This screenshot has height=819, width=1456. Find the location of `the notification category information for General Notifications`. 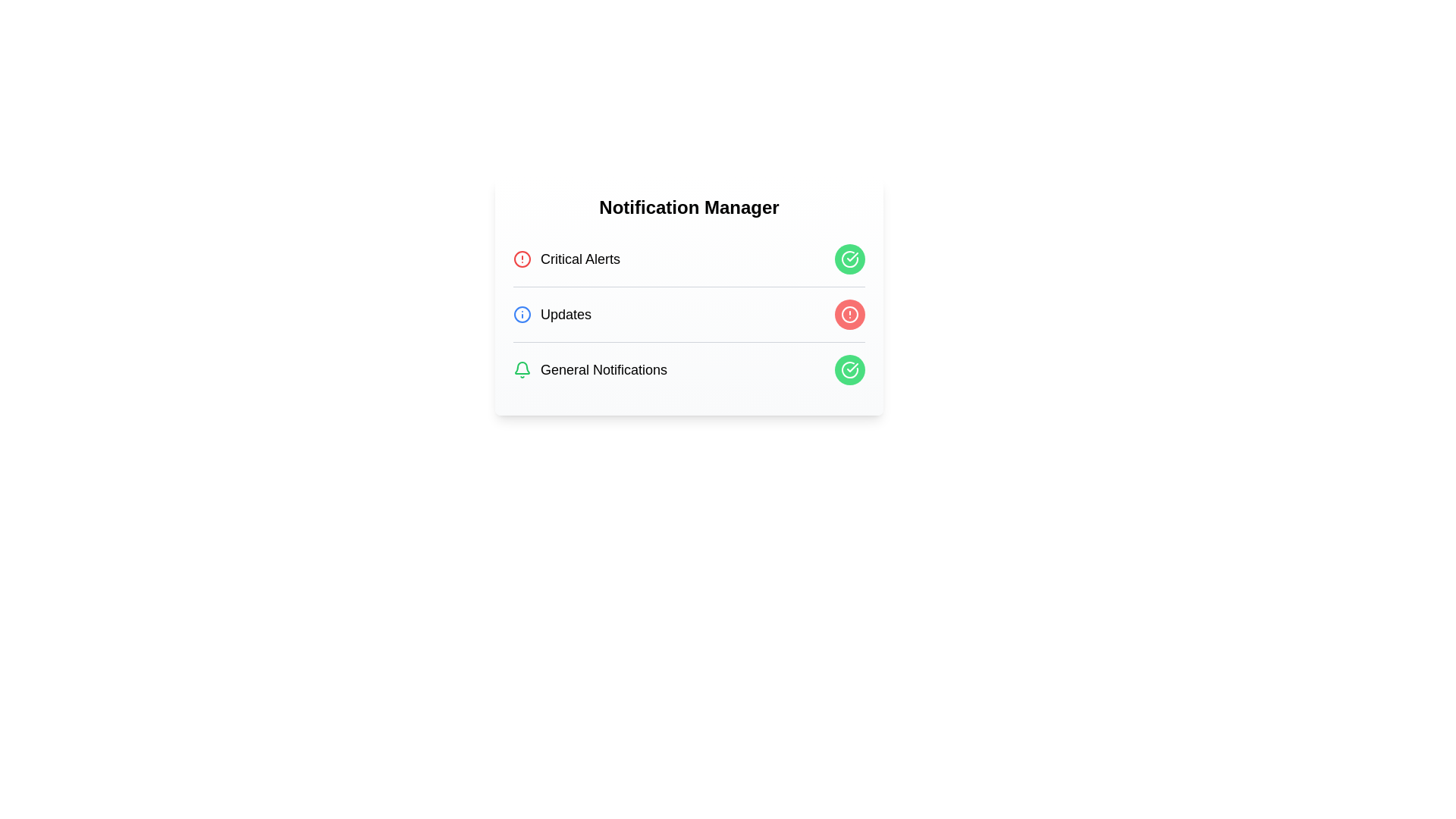

the notification category information for General Notifications is located at coordinates (589, 370).